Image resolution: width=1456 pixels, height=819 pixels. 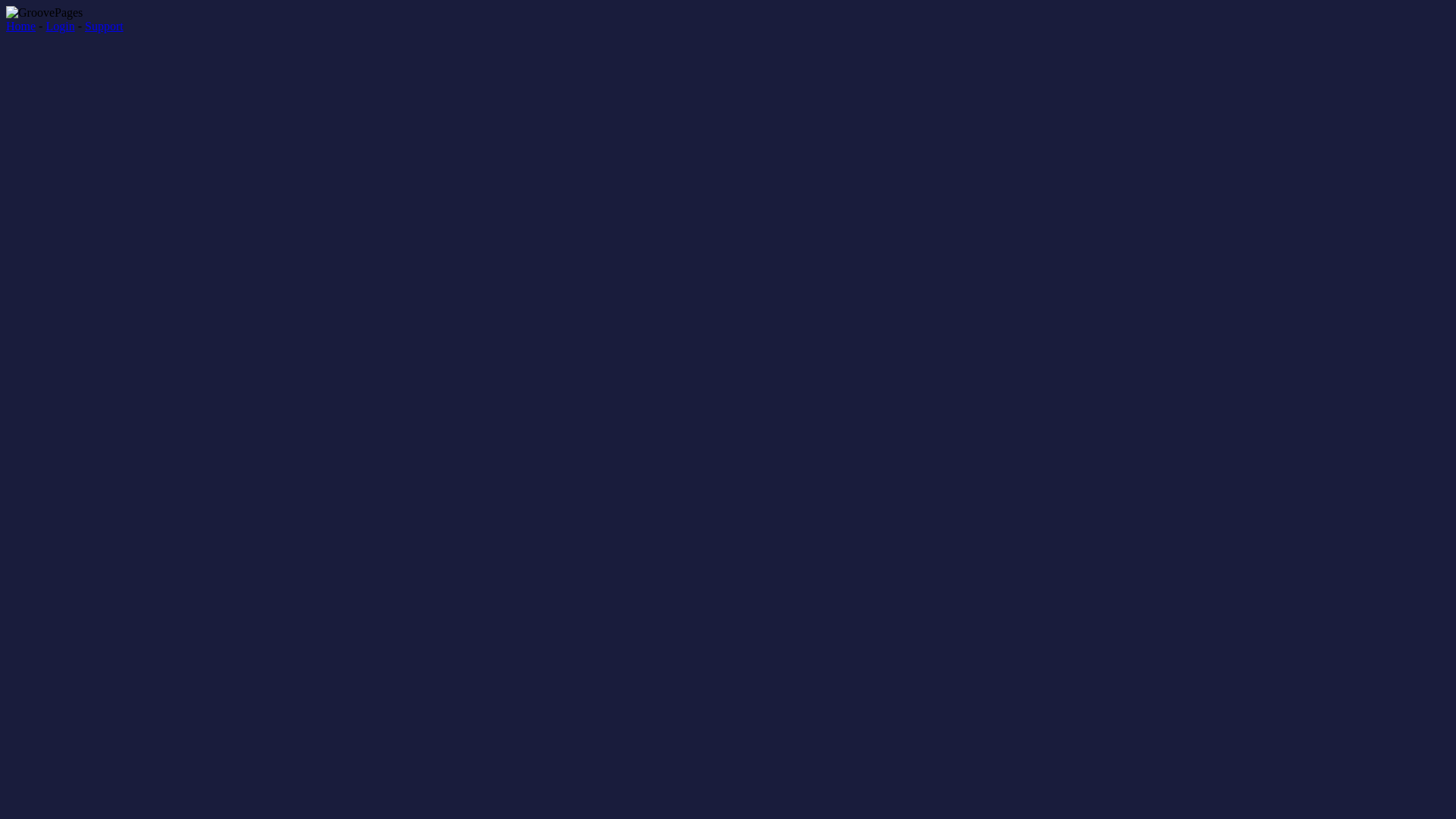 I want to click on 'Login', so click(x=59, y=26).